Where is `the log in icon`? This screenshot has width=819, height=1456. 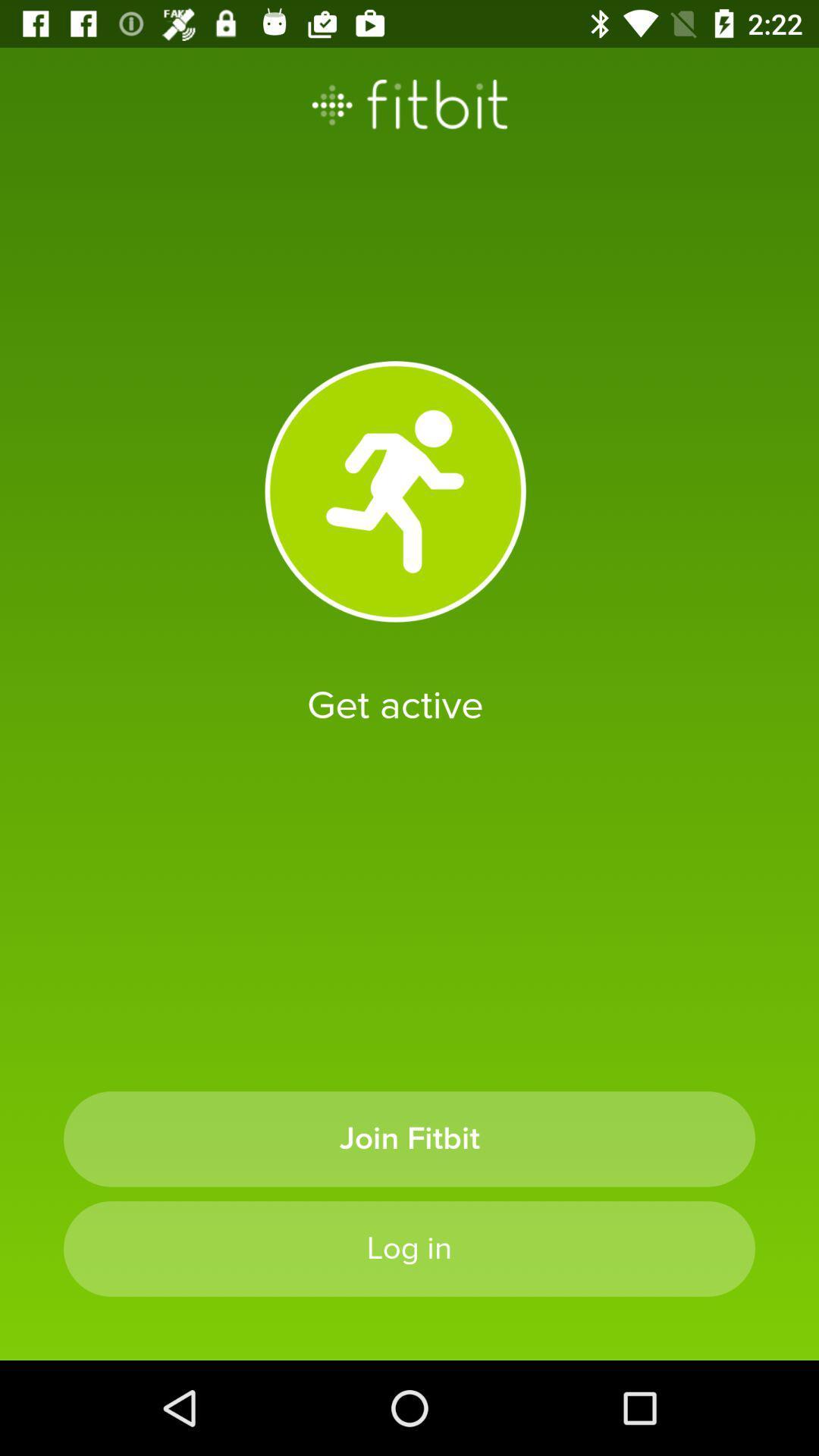
the log in icon is located at coordinates (409, 1248).